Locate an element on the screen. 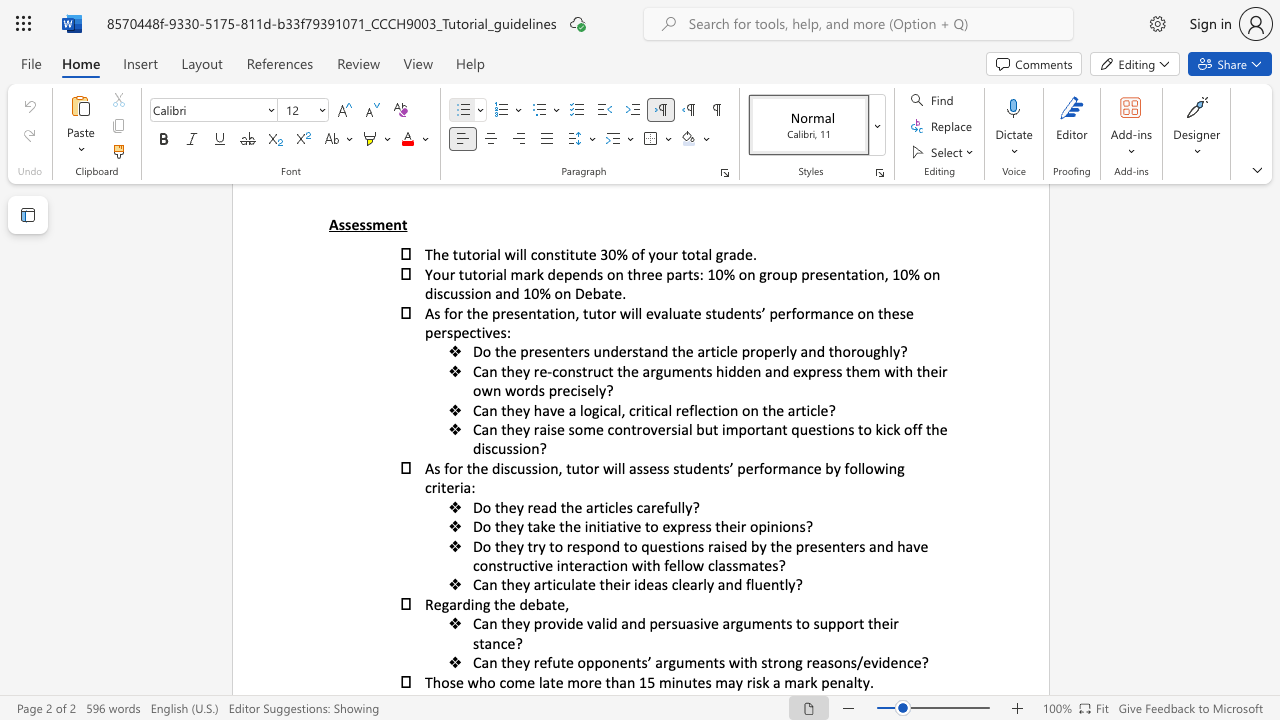 The image size is (1280, 720). the 2th character "i" in the text is located at coordinates (597, 525).